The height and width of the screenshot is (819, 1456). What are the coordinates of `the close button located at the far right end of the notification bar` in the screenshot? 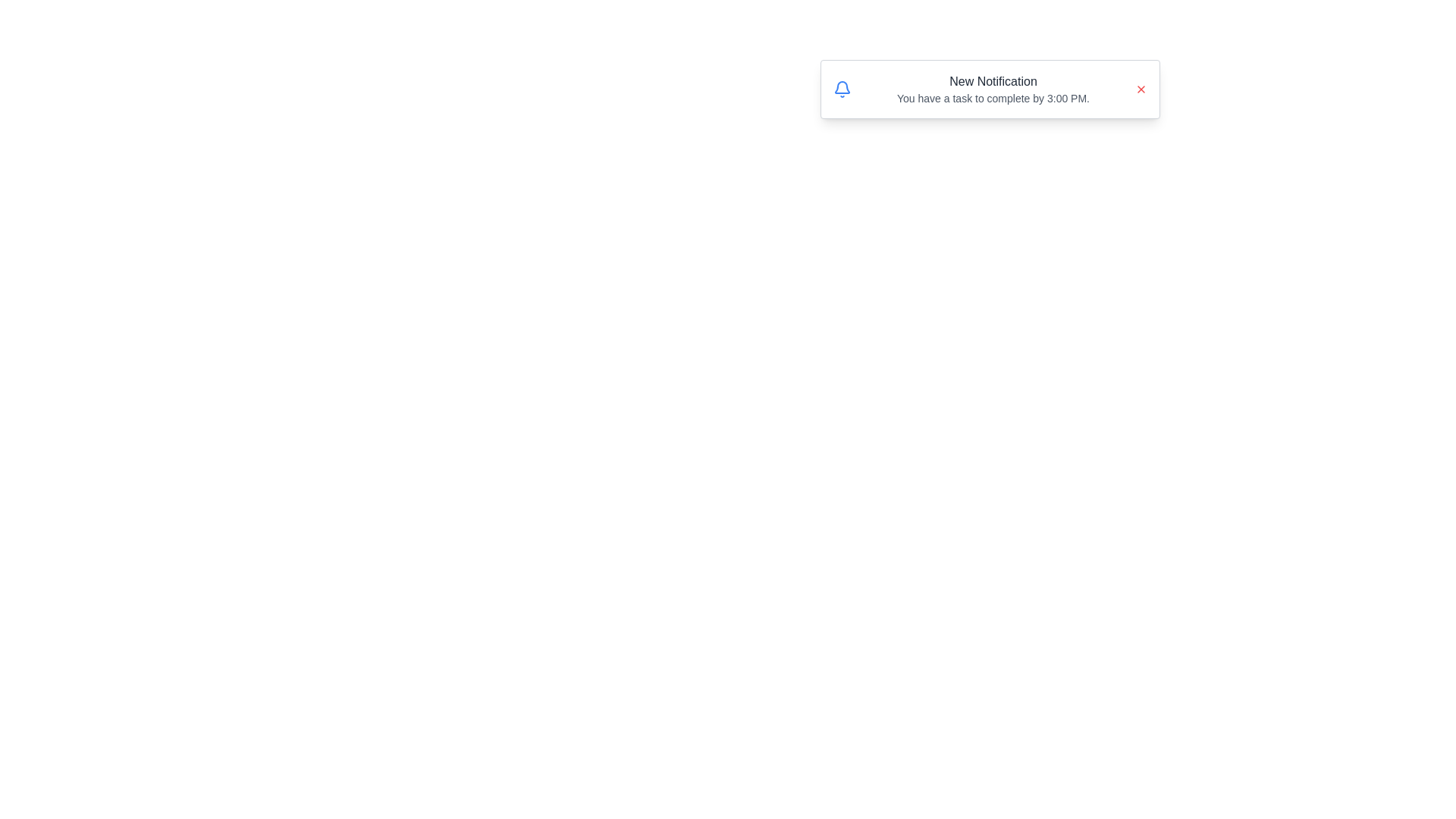 It's located at (1141, 89).